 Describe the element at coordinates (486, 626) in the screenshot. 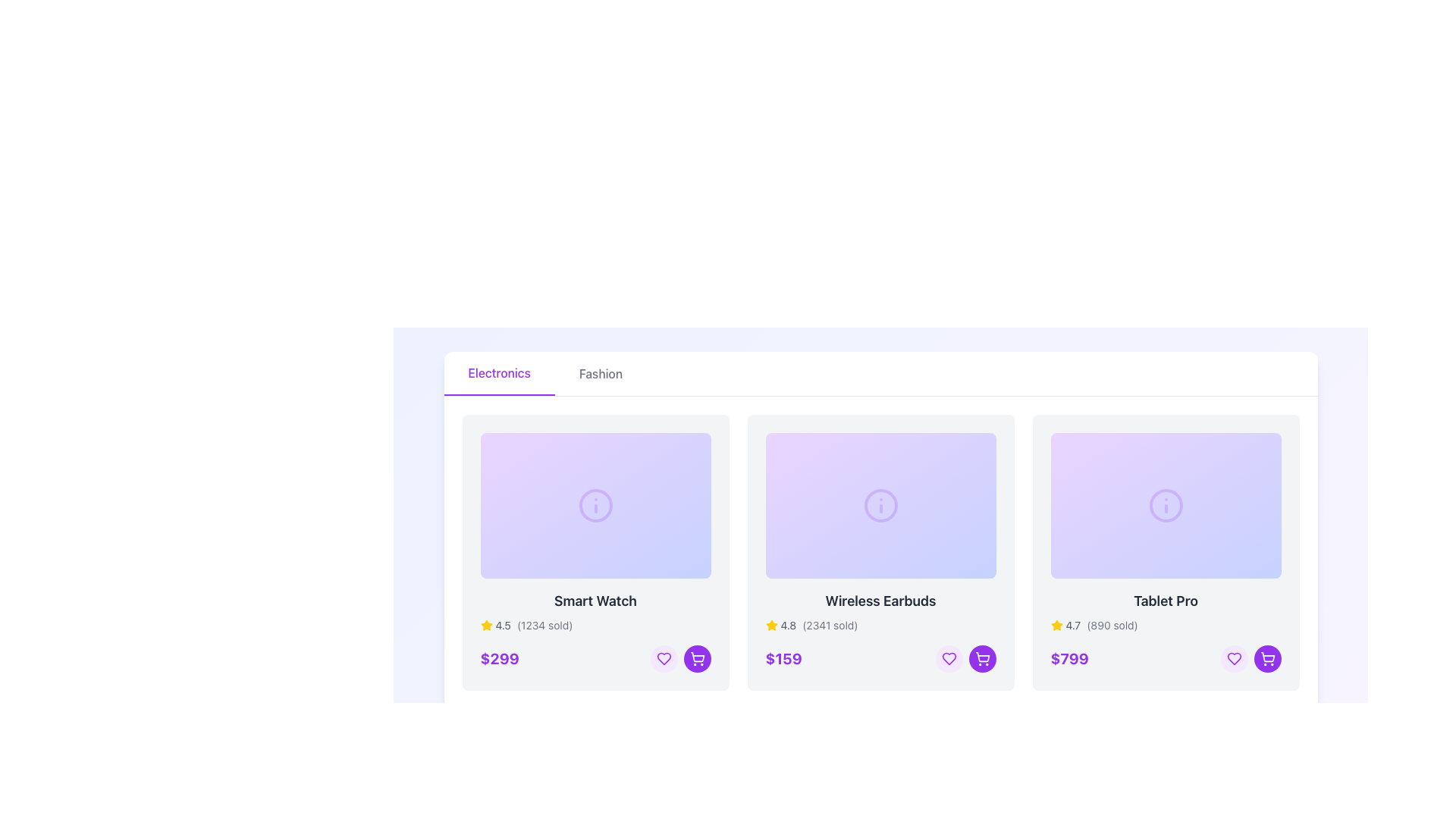

I see `the star icon representing a 4.5 rating for the first product in the row` at that location.